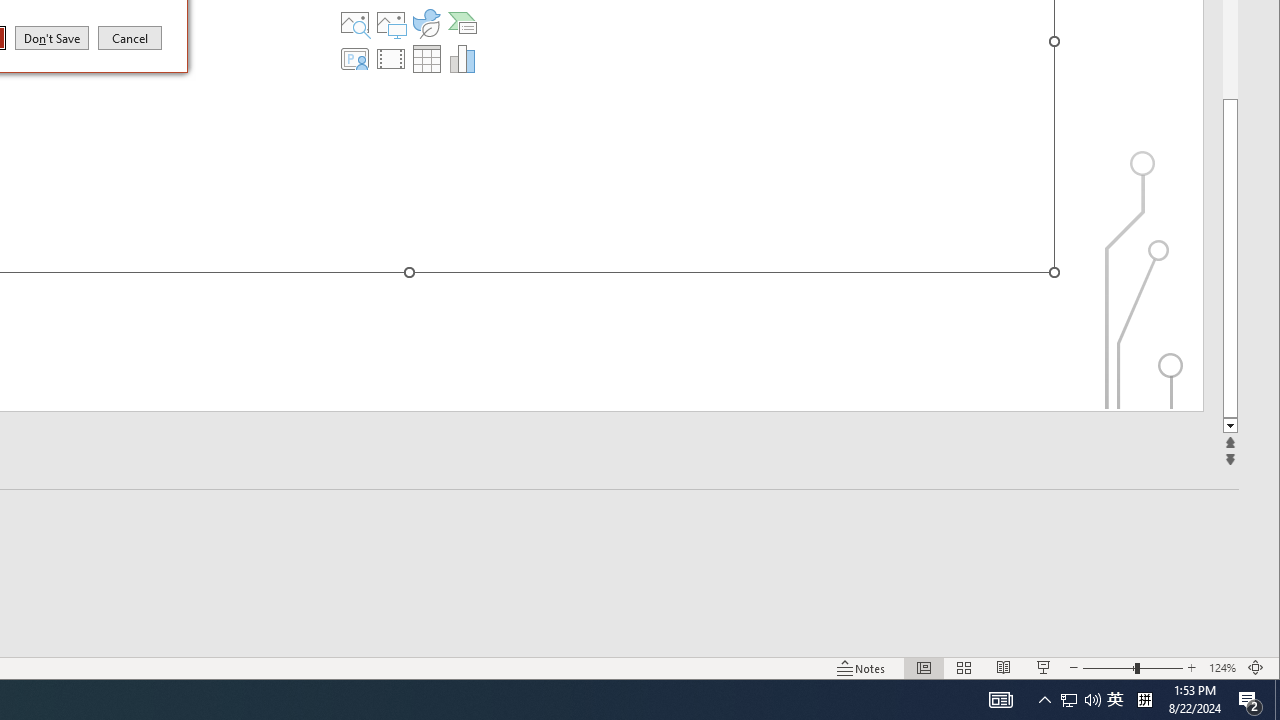  I want to click on 'Insert Cameo', so click(355, 58).